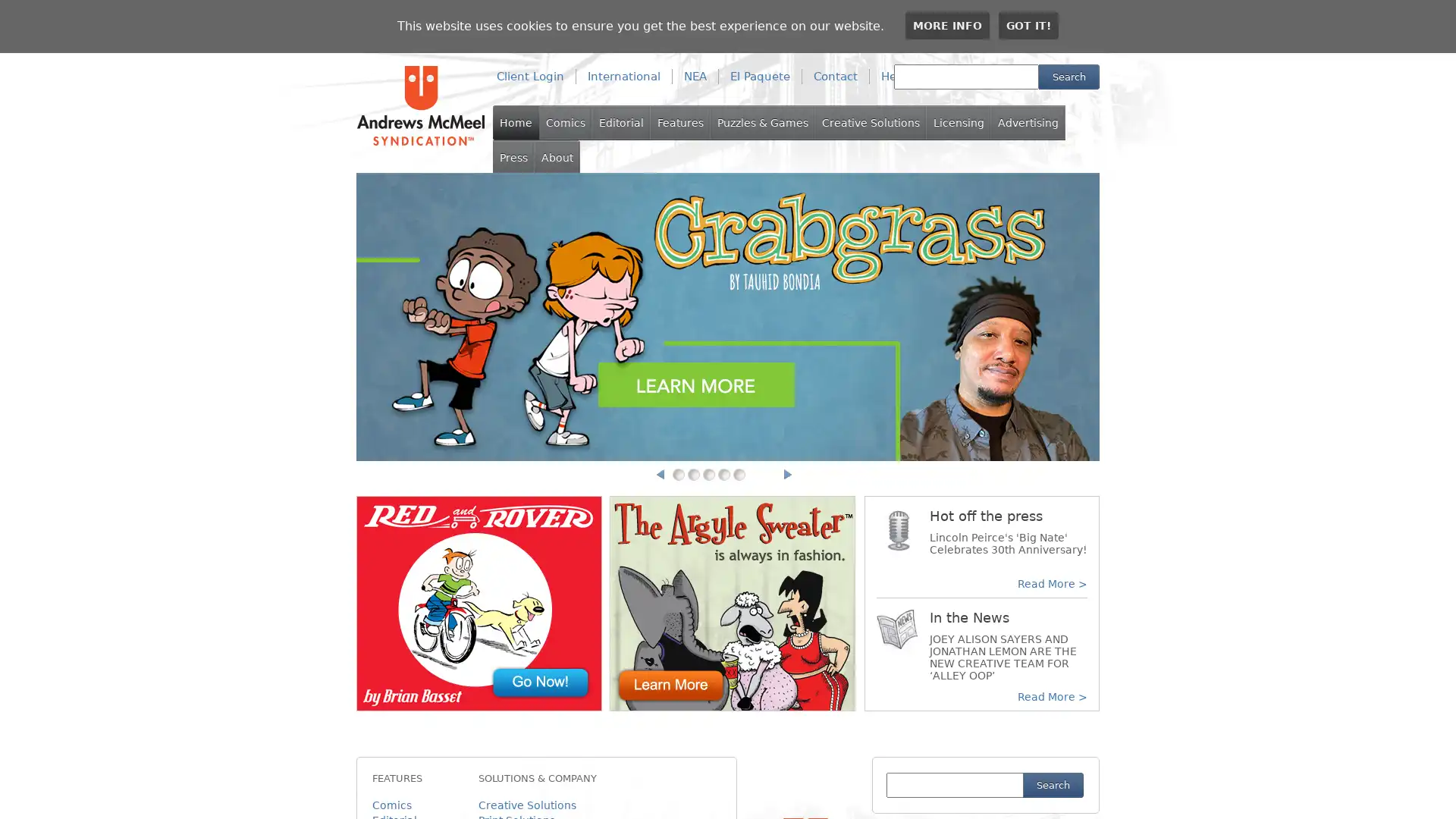 The width and height of the screenshot is (1456, 819). What do you see at coordinates (1052, 785) in the screenshot?
I see `Search` at bounding box center [1052, 785].